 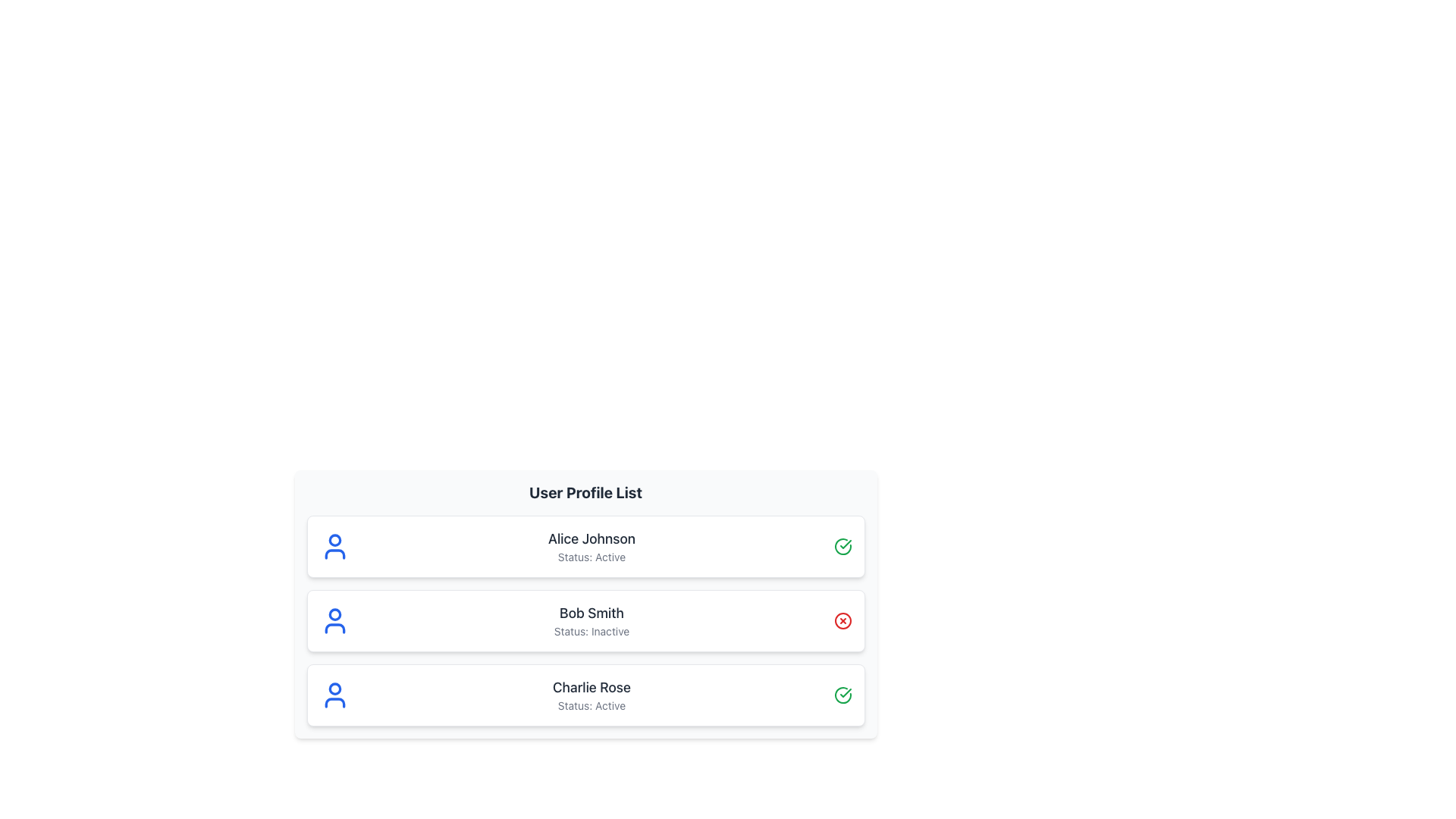 I want to click on the user profile icon representing 'Charlie Rose' in the user profile list, which is visually aligned to the left of the text 'Status: Active', so click(x=334, y=695).